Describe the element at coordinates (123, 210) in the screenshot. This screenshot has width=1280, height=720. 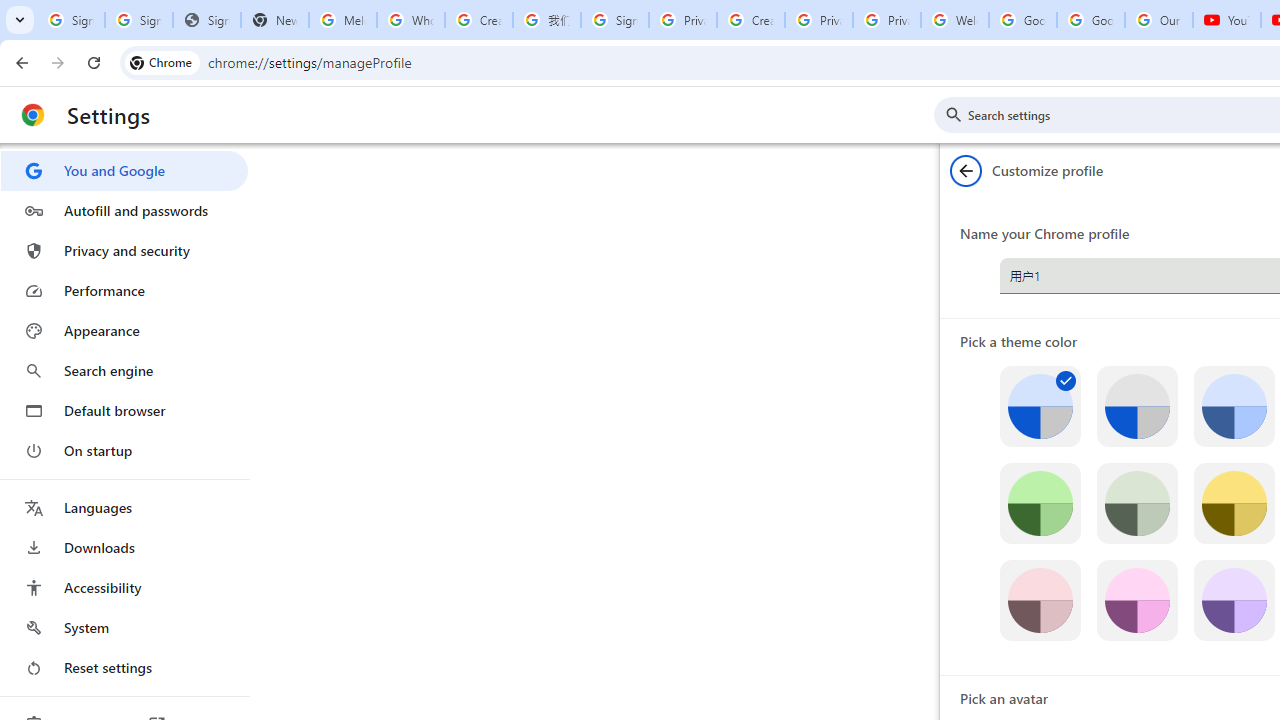
I see `'Autofill and passwords'` at that location.